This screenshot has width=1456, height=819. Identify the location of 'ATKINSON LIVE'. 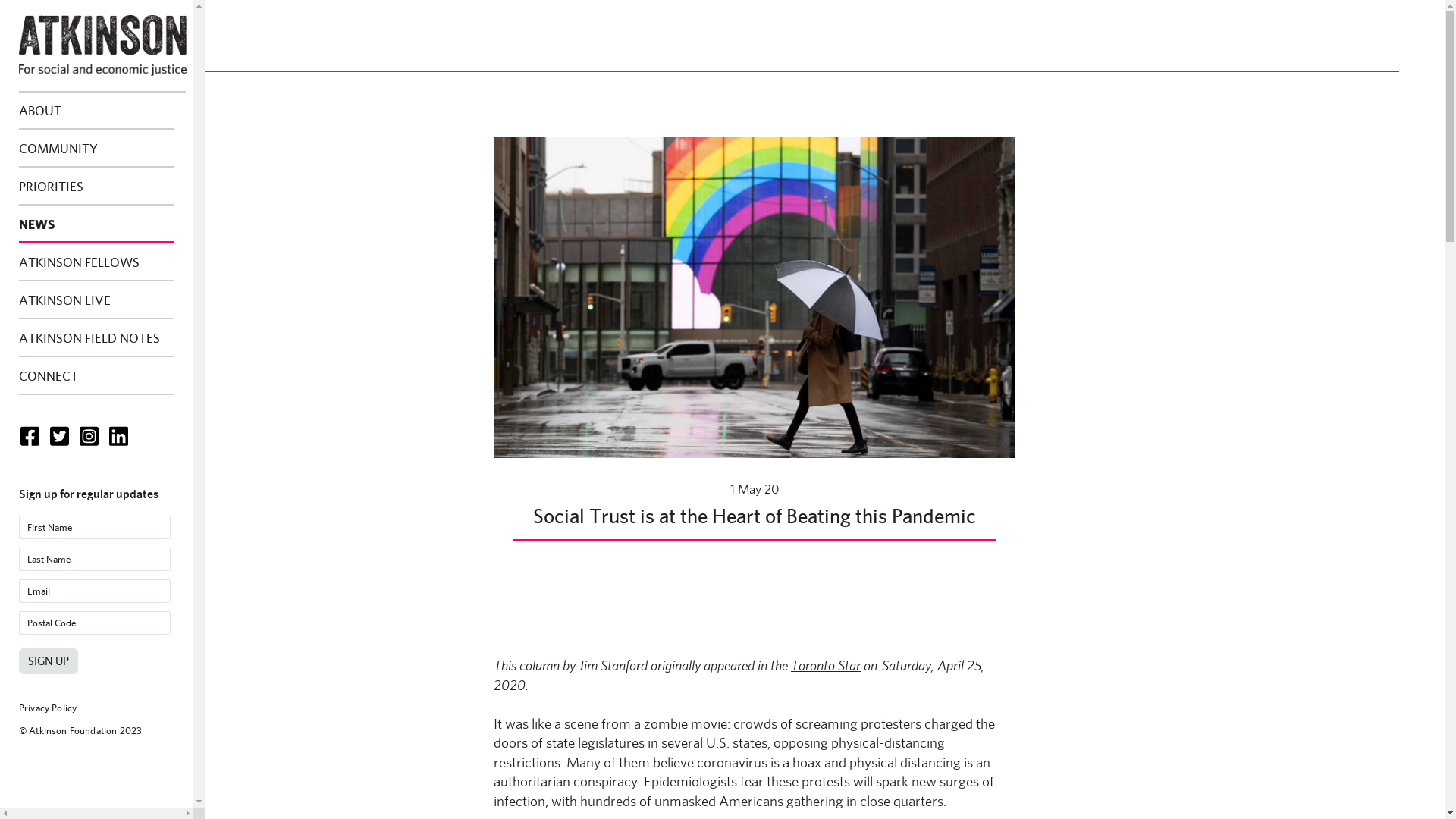
(96, 300).